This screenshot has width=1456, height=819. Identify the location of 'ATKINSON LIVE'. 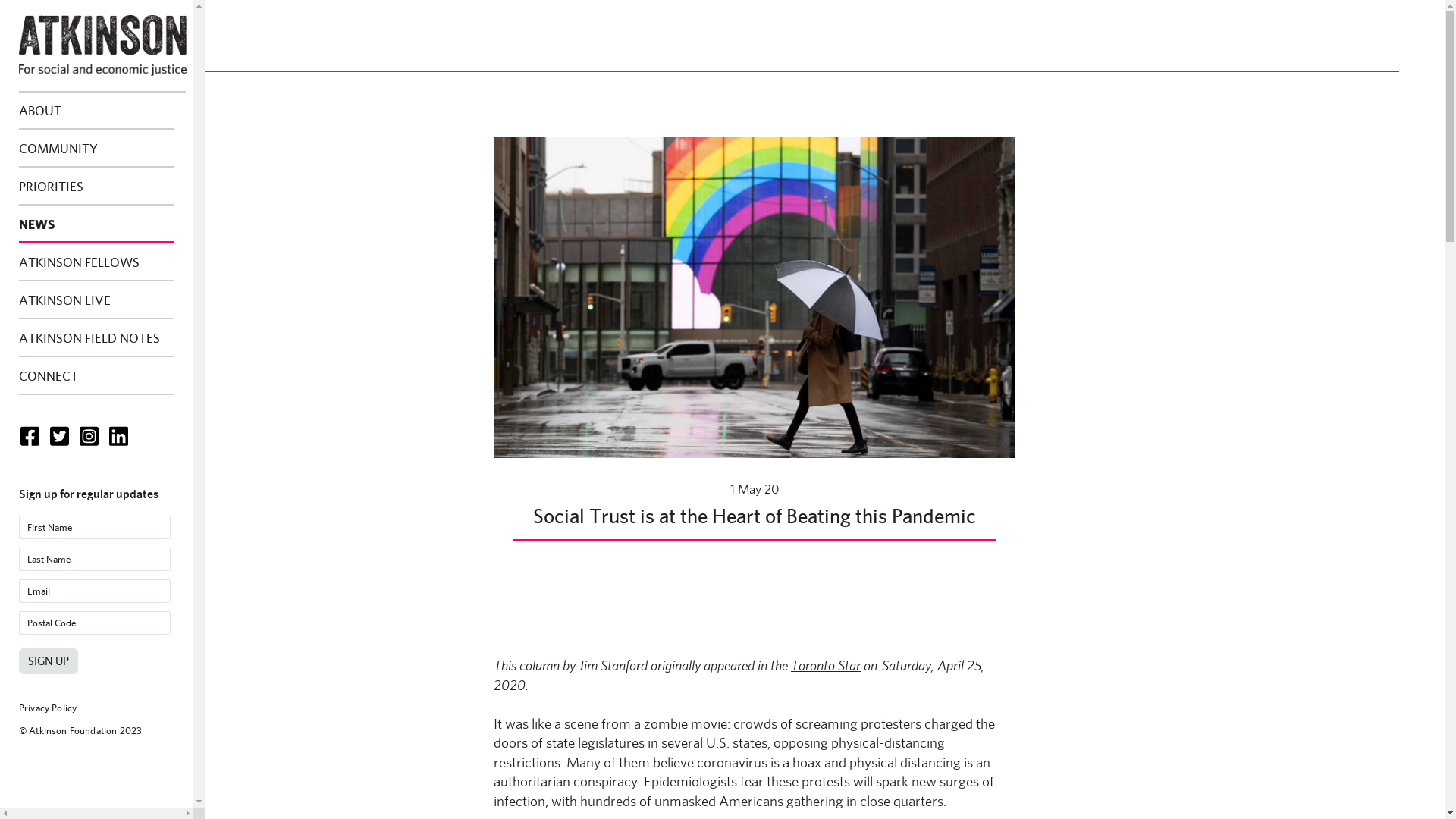
(96, 300).